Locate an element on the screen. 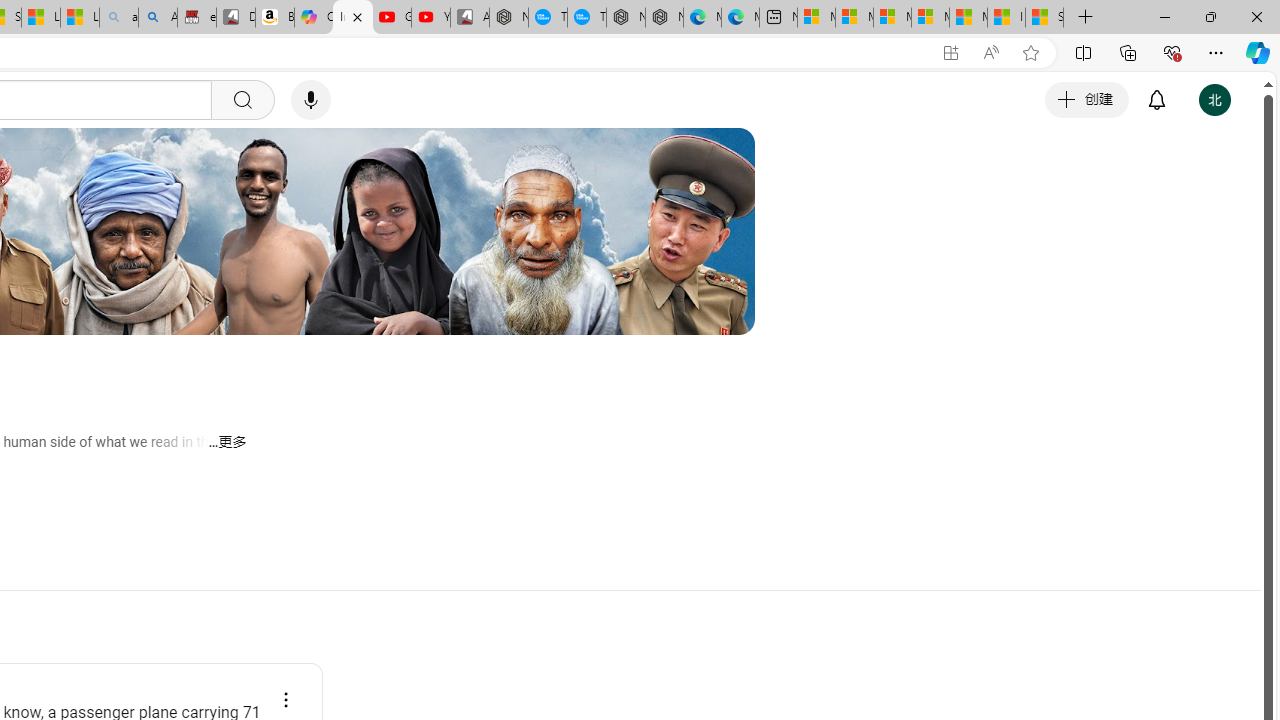  'I Gained 20 Pounds of Muscle in 30 Days! | Watch' is located at coordinates (1006, 17).